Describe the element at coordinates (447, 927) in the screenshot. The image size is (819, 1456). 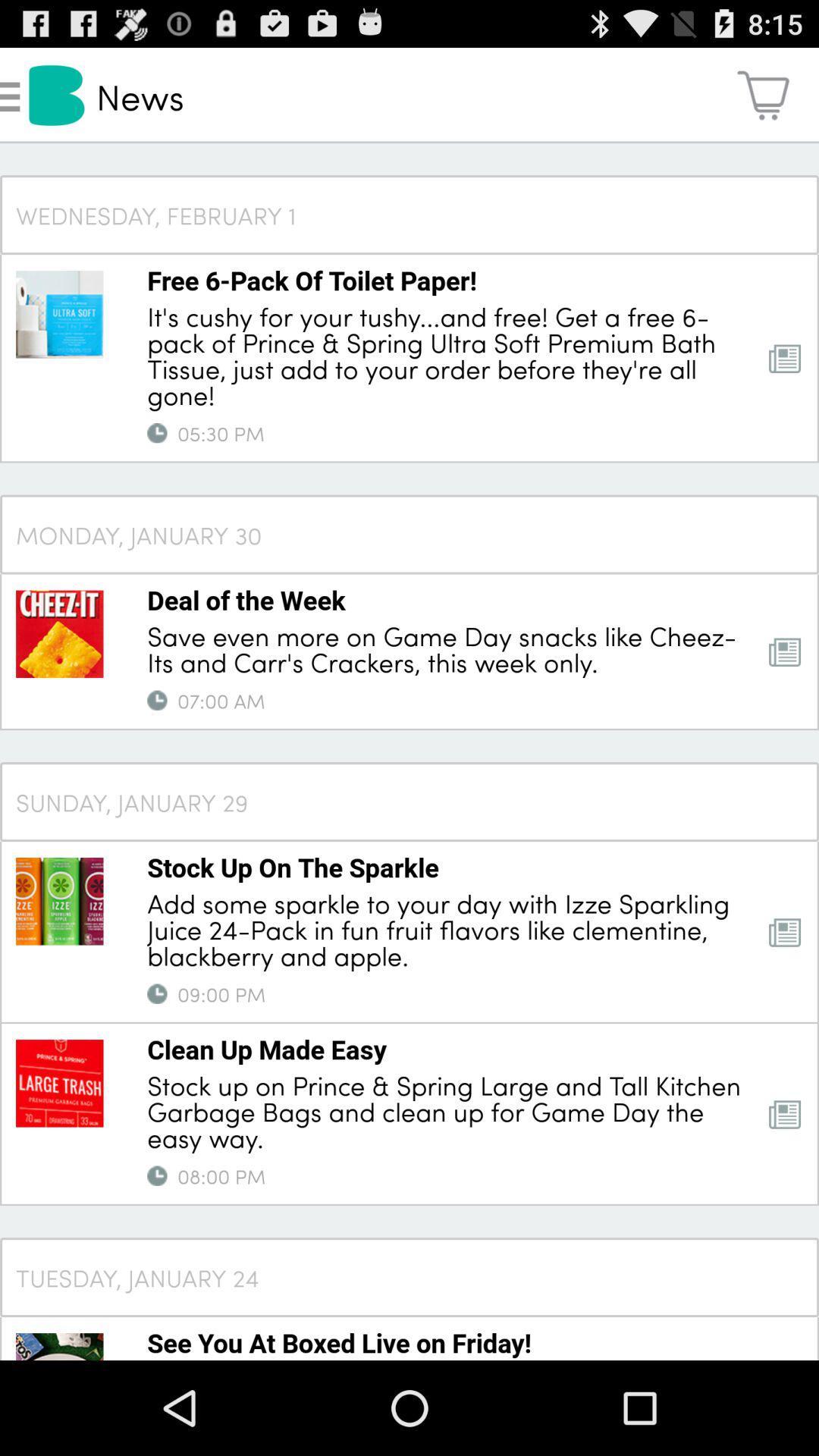
I see `add some sparkle` at that location.